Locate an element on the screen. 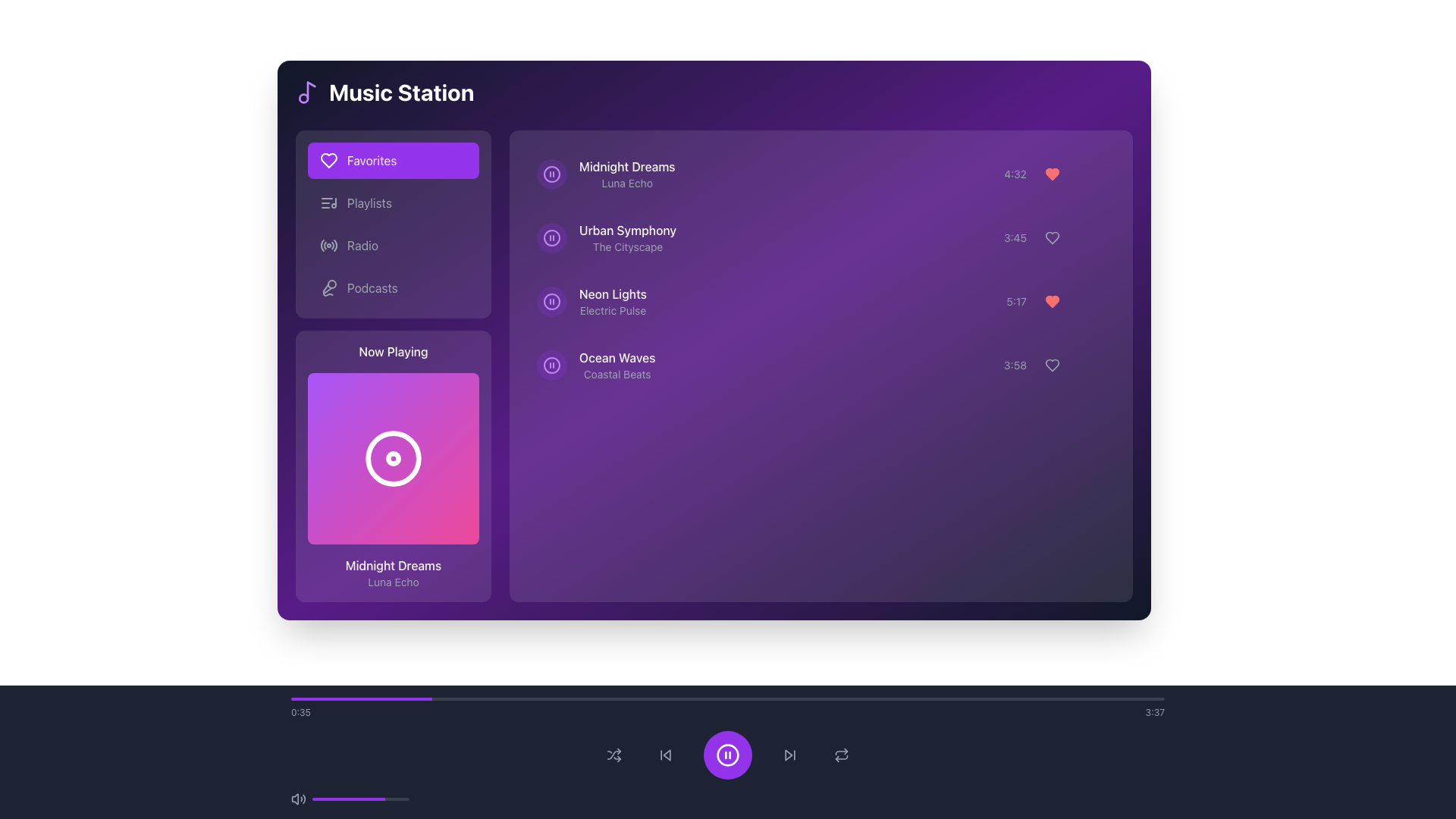  styling or alignment of the decorative vector graphic circle within the 'Midnight Dreams' song item on the playlist interface is located at coordinates (551, 174).